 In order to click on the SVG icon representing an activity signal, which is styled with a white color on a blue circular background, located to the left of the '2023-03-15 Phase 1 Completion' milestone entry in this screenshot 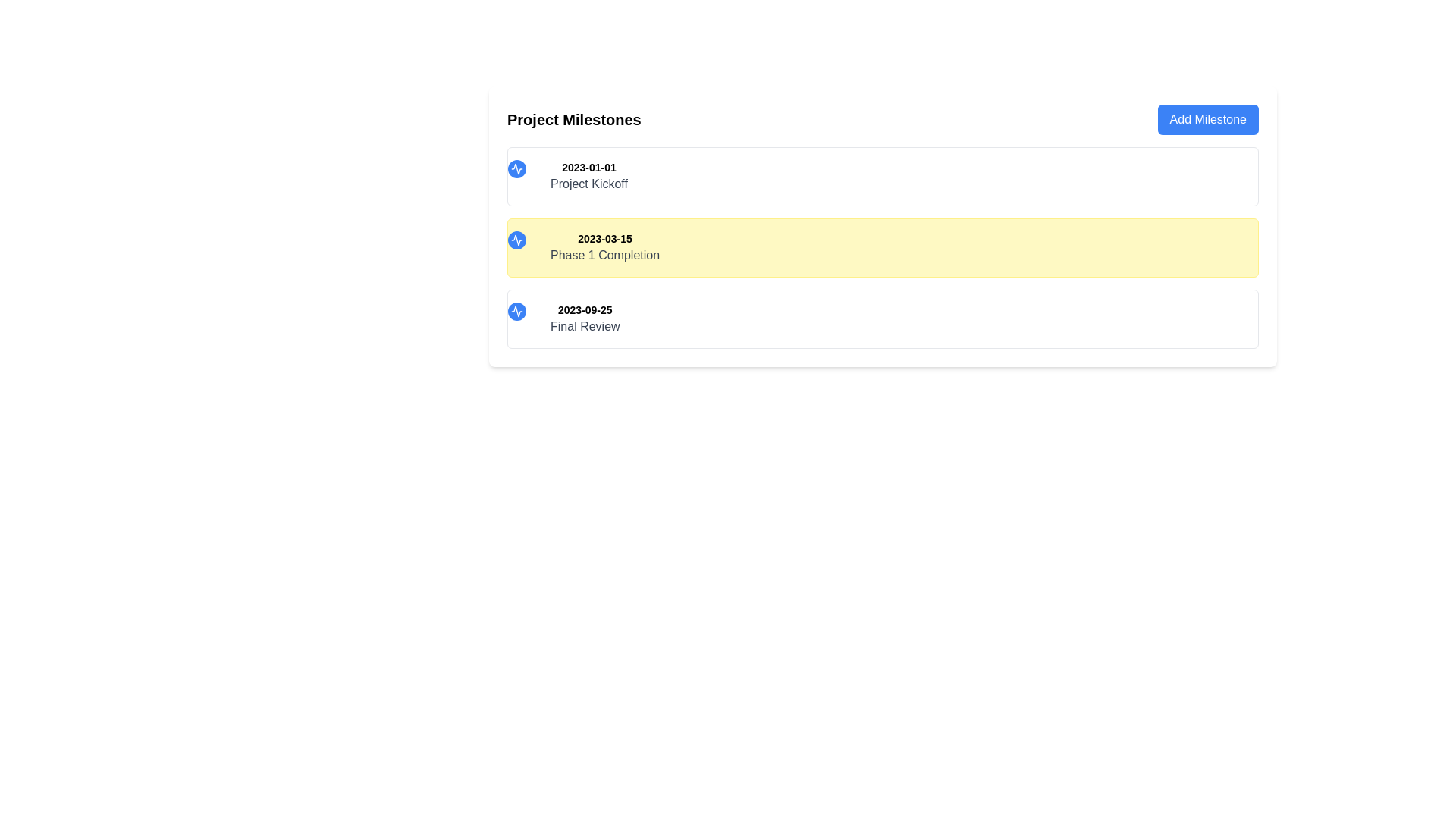, I will do `click(516, 169)`.